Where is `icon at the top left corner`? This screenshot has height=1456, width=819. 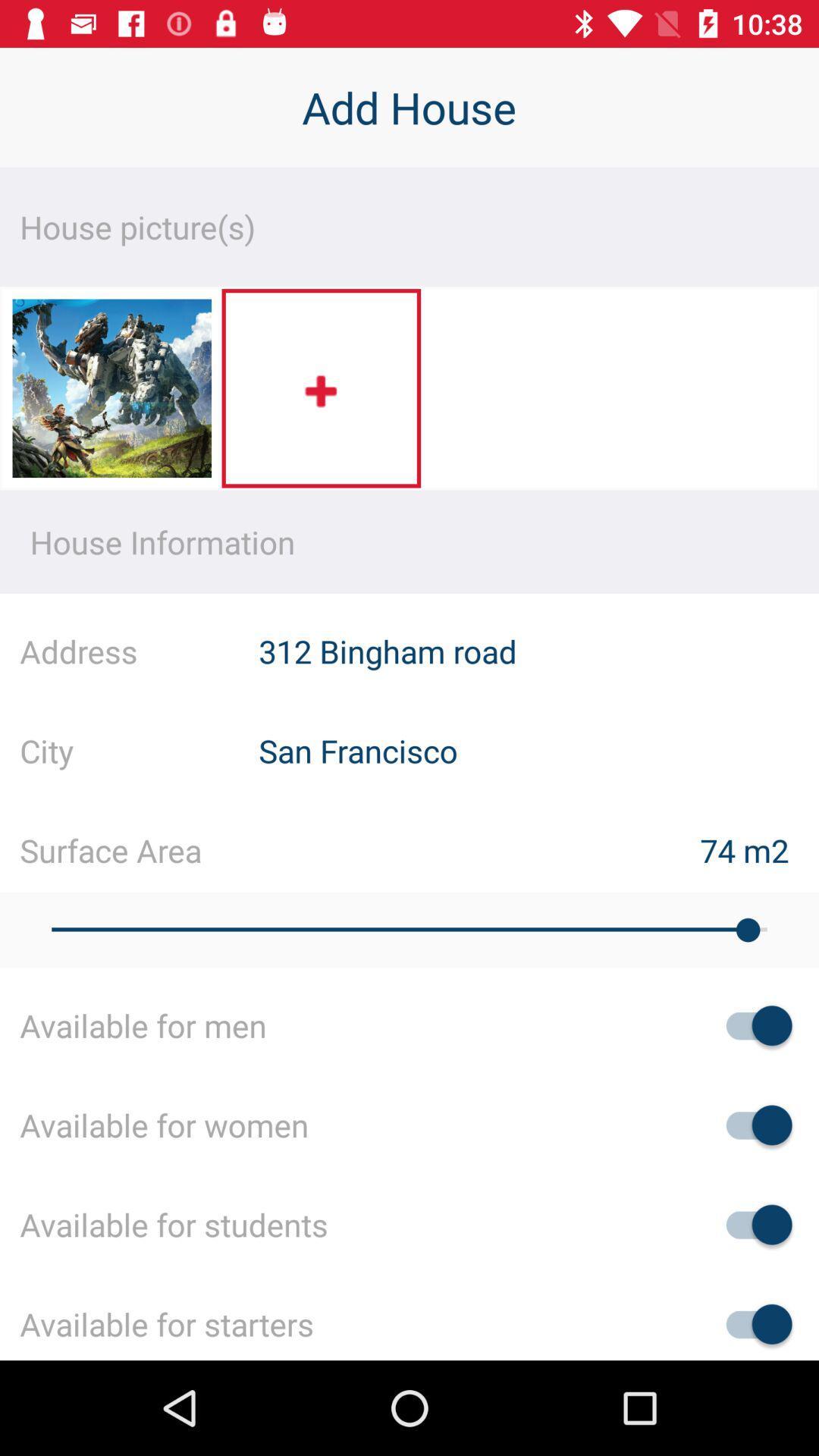
icon at the top left corner is located at coordinates (111, 393).